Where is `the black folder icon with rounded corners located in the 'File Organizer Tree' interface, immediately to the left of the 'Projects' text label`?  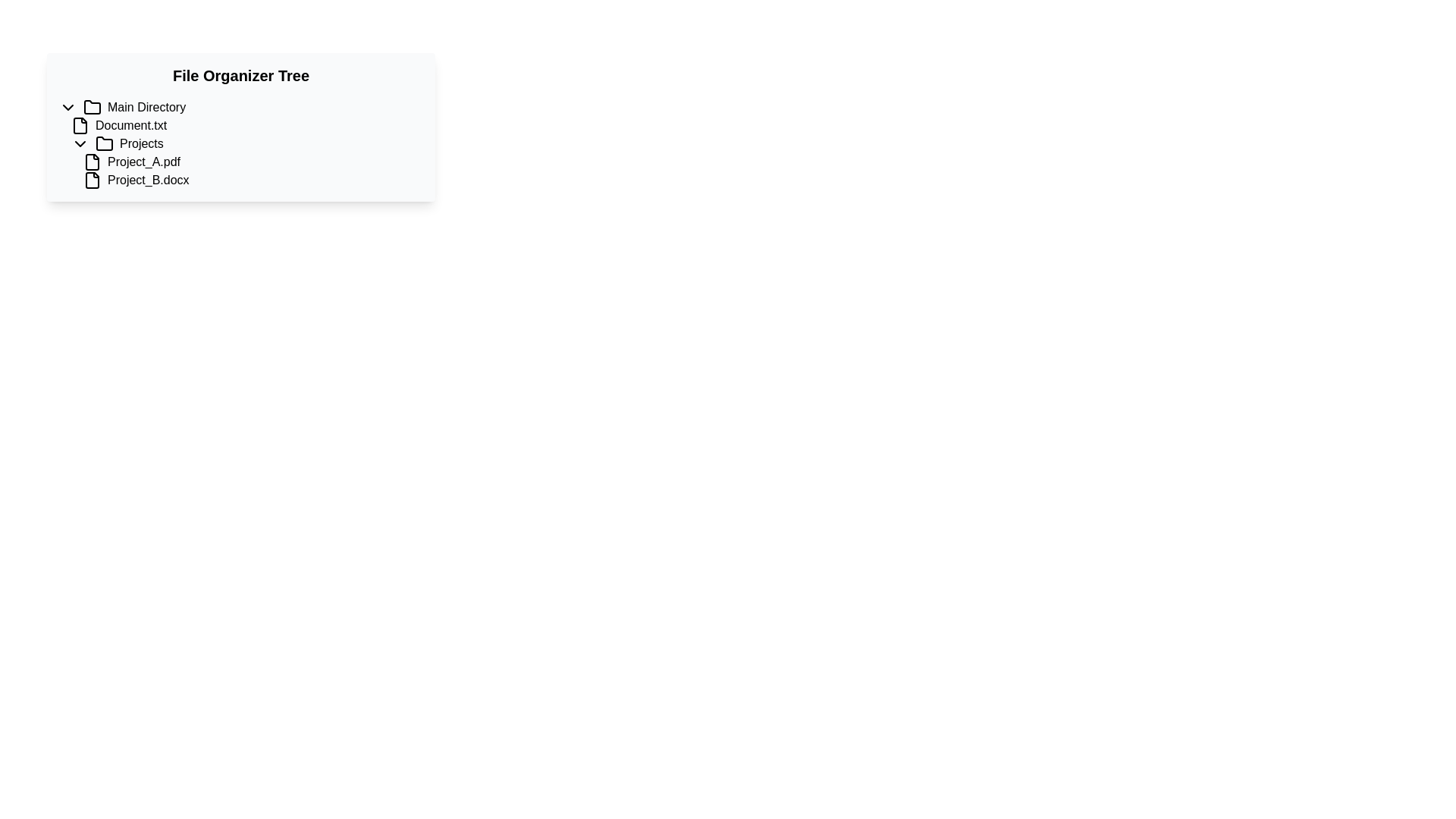
the black folder icon with rounded corners located in the 'File Organizer Tree' interface, immediately to the left of the 'Projects' text label is located at coordinates (104, 143).